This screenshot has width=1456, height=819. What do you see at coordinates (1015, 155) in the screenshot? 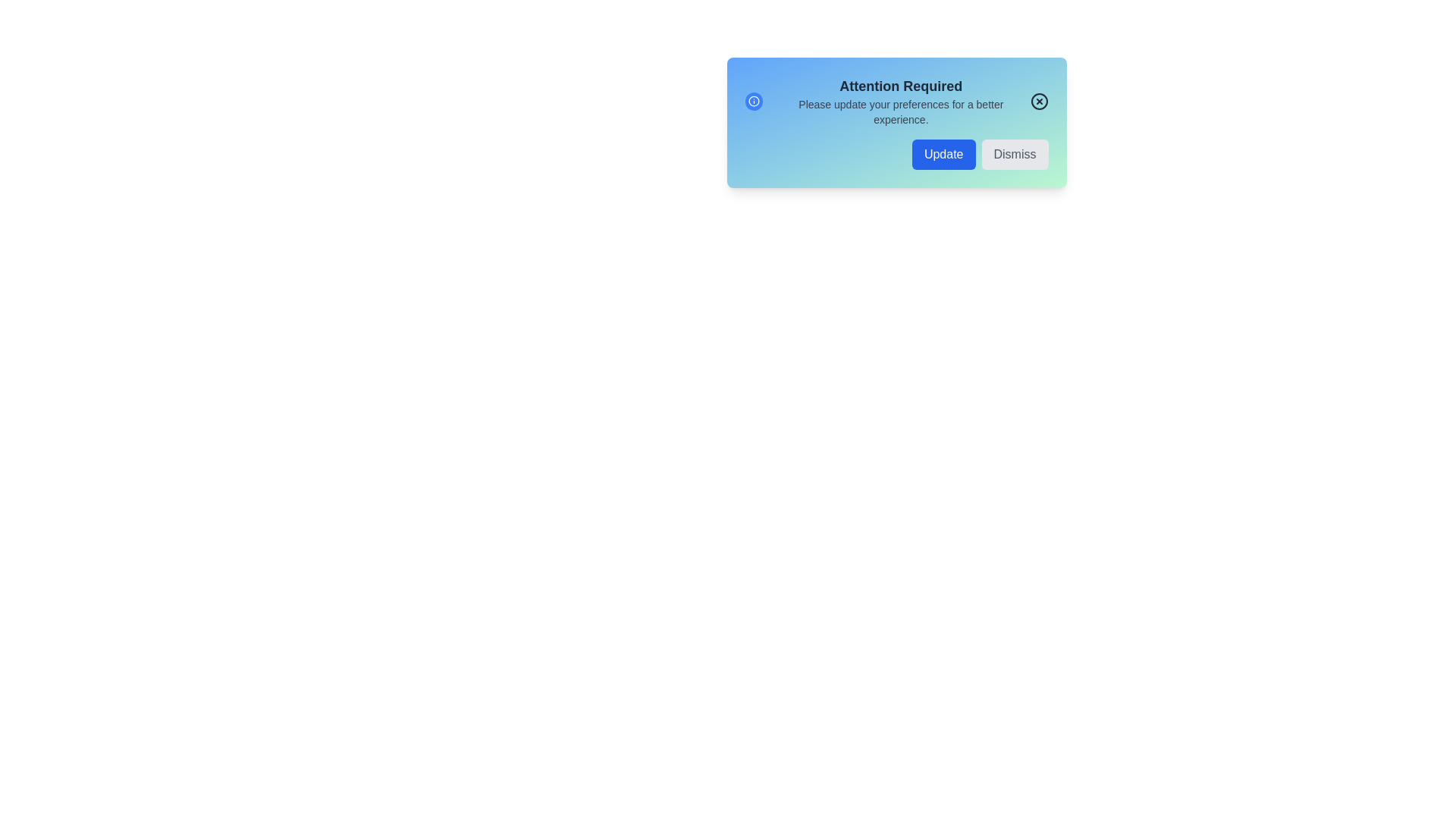
I see `the 'Dismiss' button to close the notification` at bounding box center [1015, 155].